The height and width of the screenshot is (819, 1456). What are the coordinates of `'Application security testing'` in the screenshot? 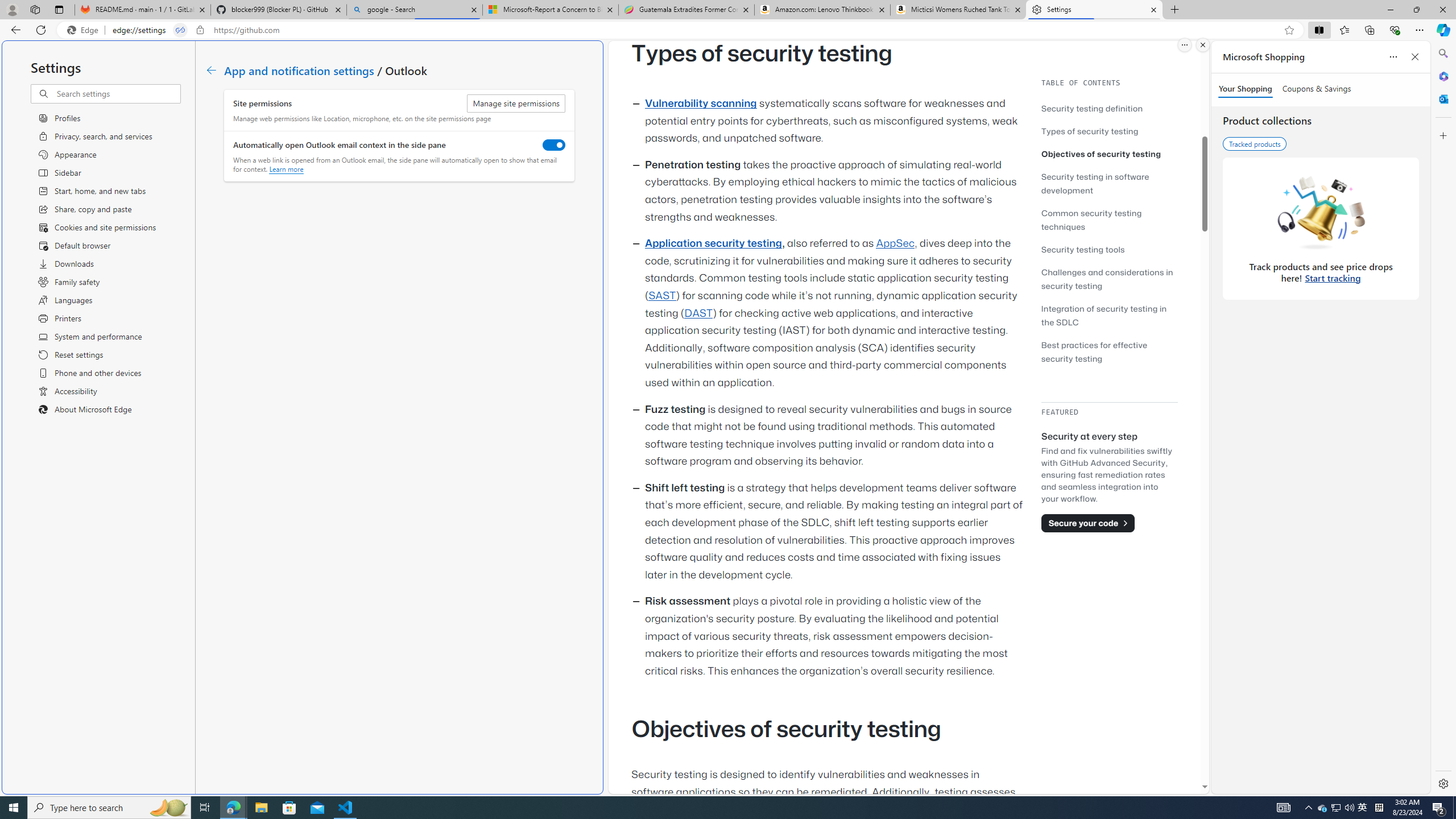 It's located at (713, 243).